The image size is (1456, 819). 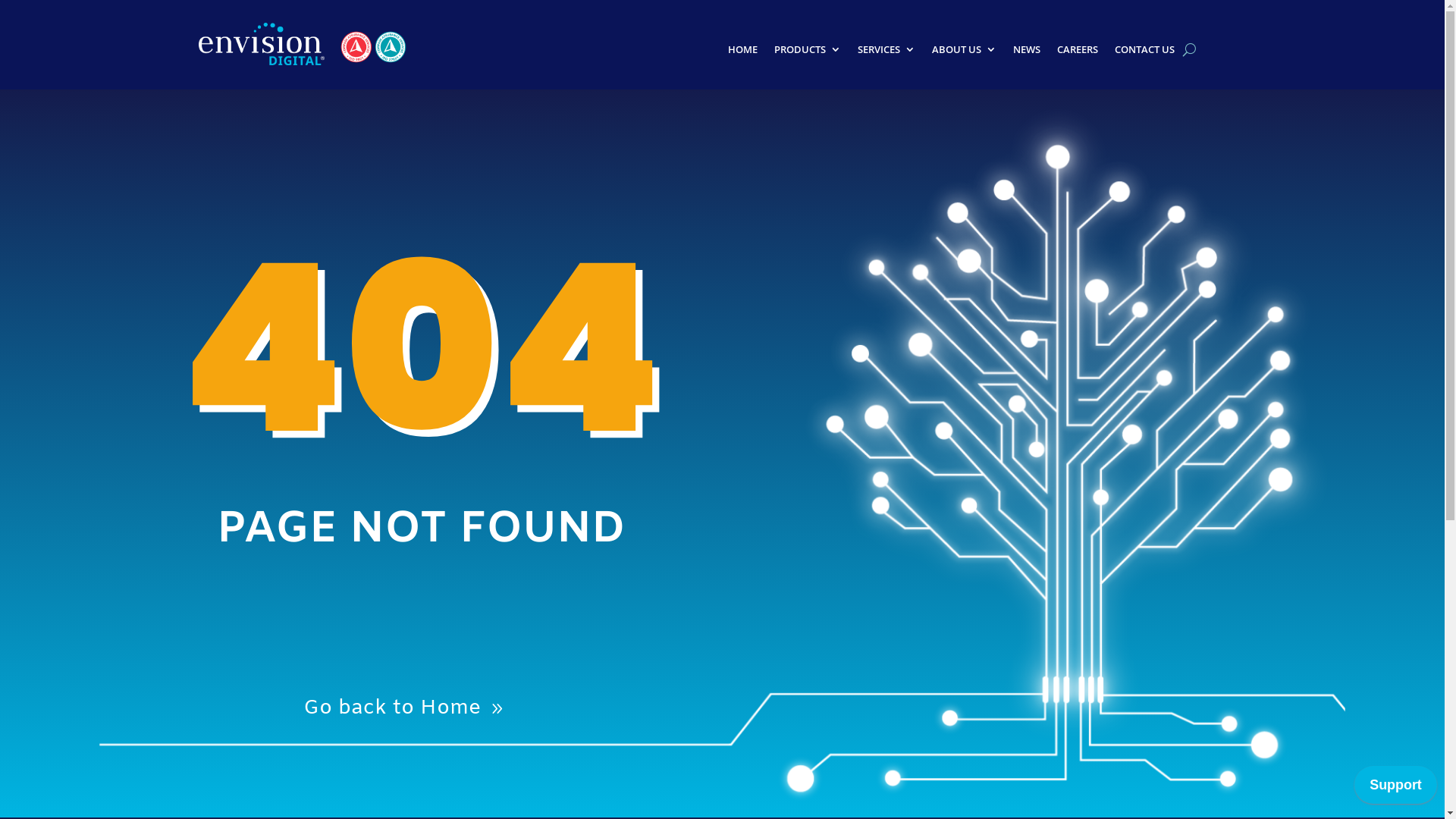 I want to click on 'CAREERS', so click(x=1076, y=52).